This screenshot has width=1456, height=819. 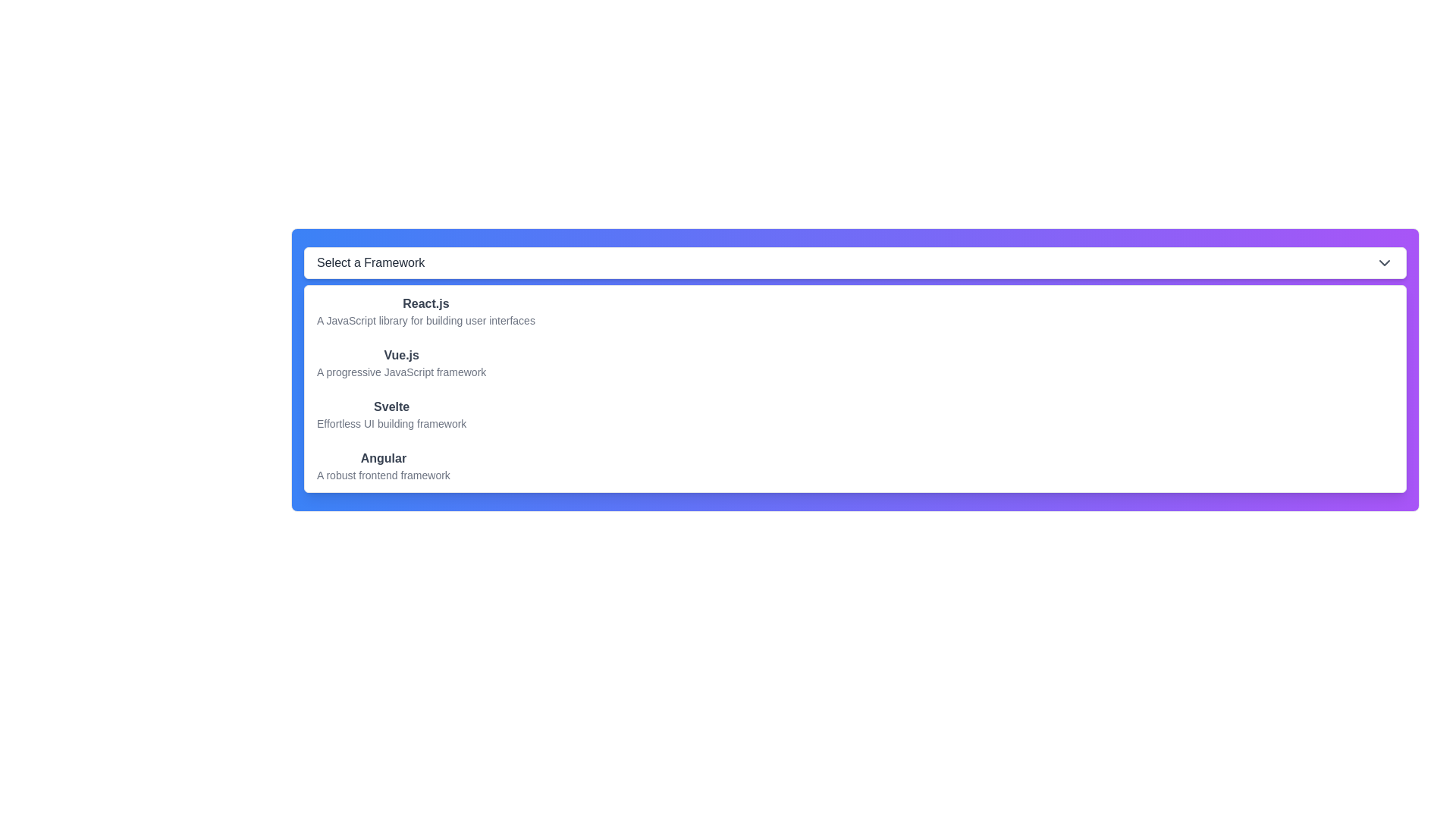 What do you see at coordinates (425, 311) in the screenshot?
I see `the first list item labeled 'React.js' in the dropdown titled 'Select a Framework'` at bounding box center [425, 311].